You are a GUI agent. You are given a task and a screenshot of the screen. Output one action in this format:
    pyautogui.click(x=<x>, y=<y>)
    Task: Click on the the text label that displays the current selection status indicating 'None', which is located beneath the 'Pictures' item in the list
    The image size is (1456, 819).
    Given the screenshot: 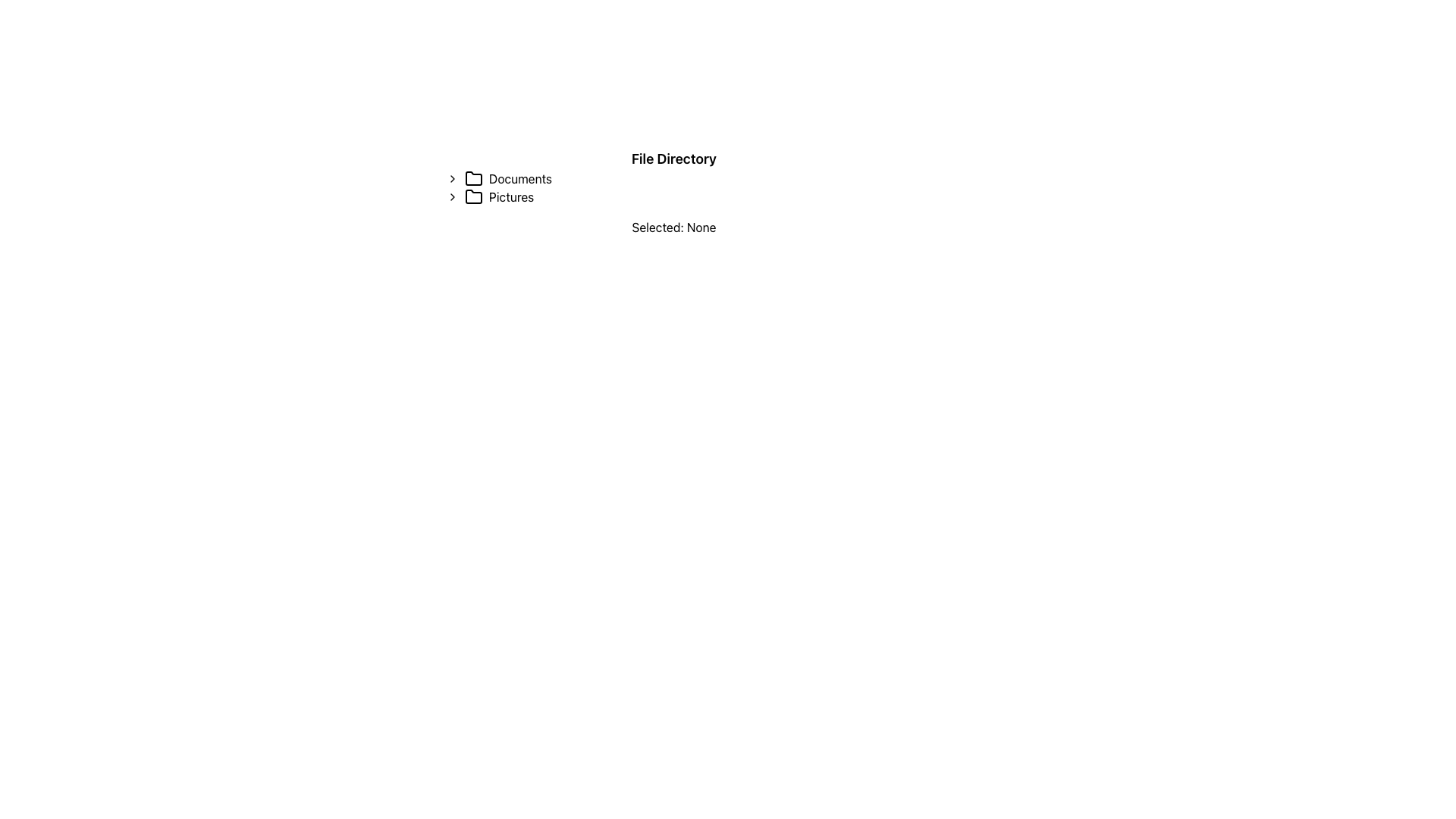 What is the action you would take?
    pyautogui.click(x=673, y=227)
    